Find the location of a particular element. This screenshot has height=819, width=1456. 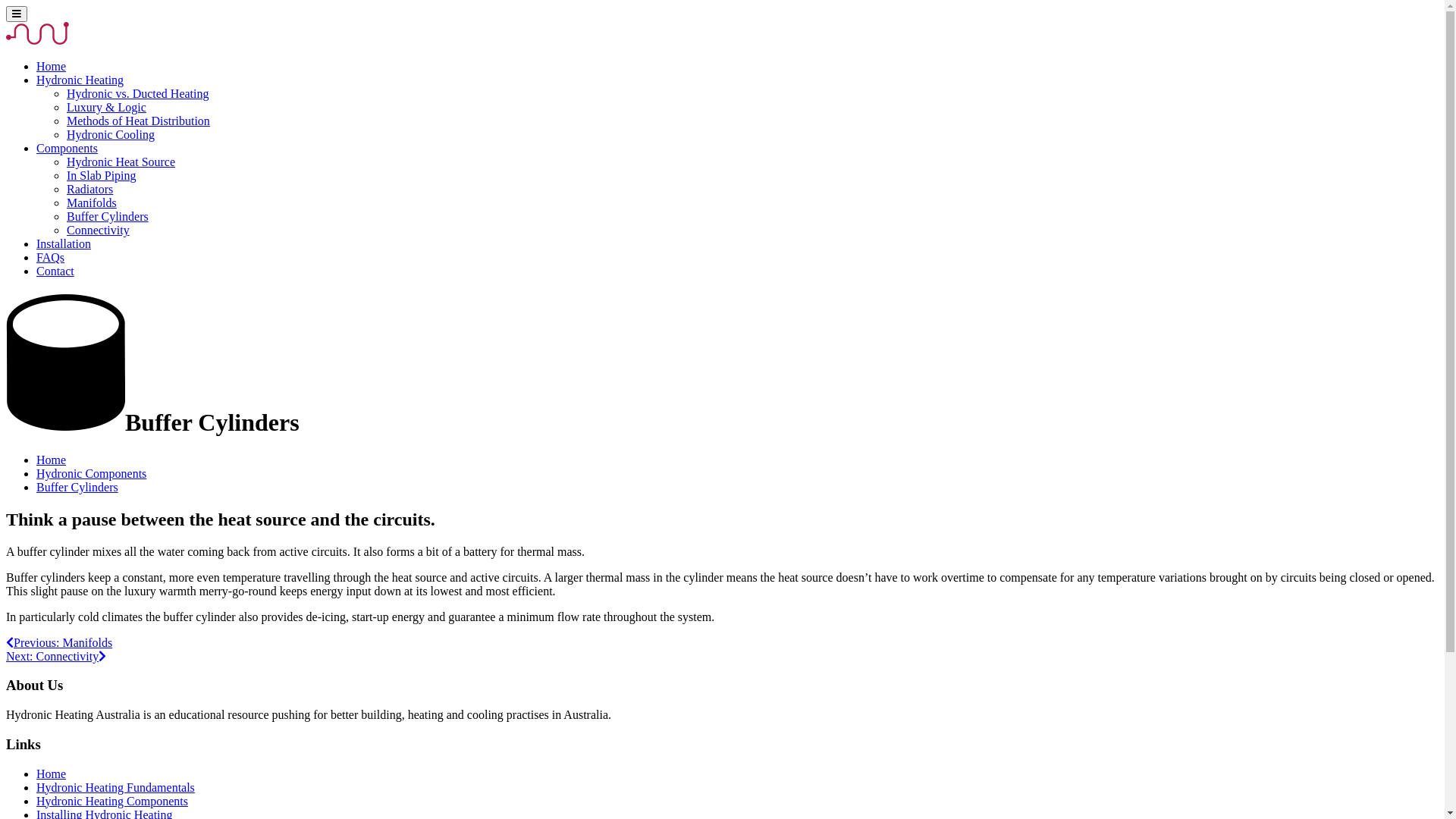

'Methods of Heat Distribution' is located at coordinates (138, 120).